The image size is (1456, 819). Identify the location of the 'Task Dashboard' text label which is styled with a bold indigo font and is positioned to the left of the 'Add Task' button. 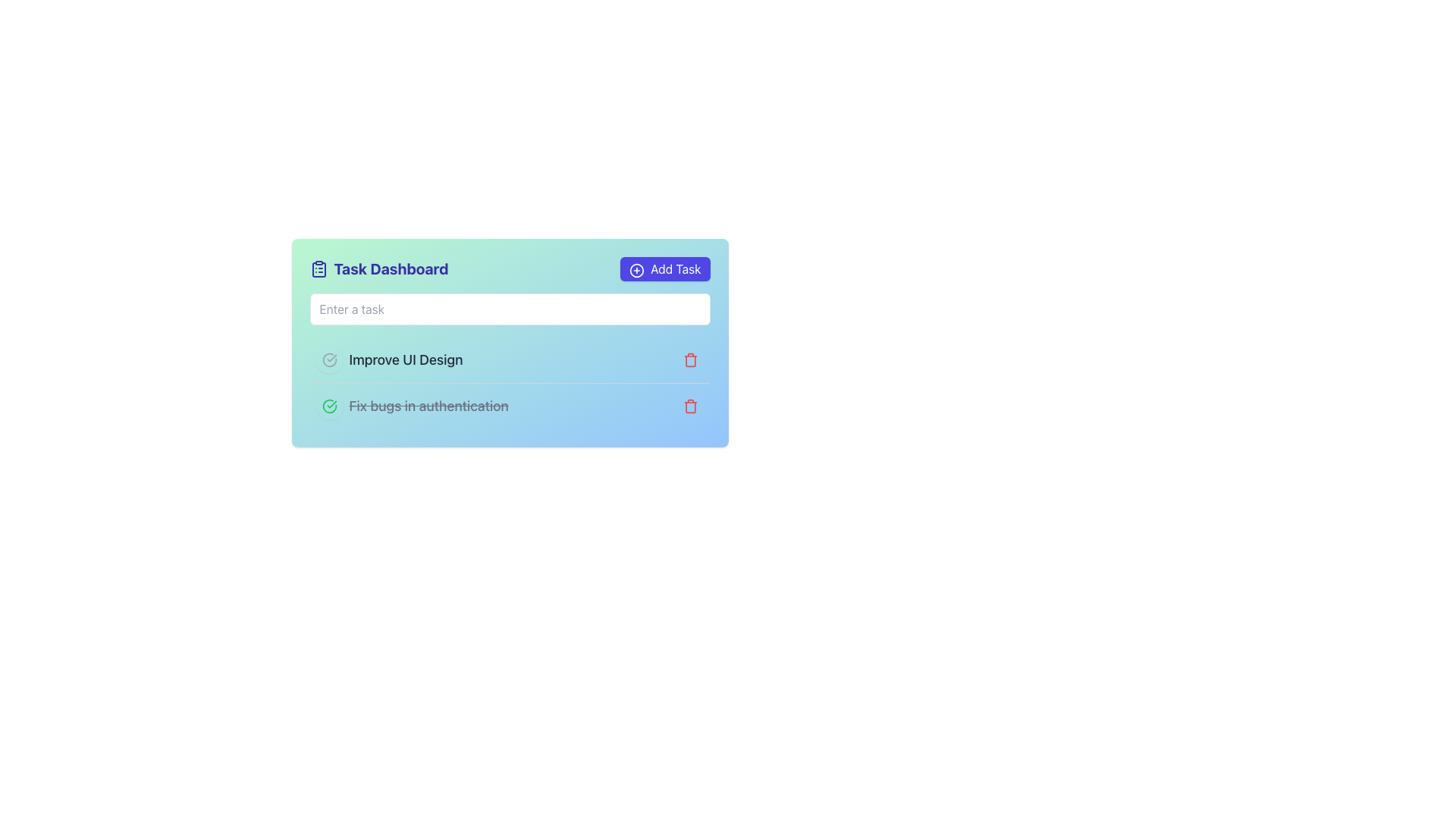
(378, 268).